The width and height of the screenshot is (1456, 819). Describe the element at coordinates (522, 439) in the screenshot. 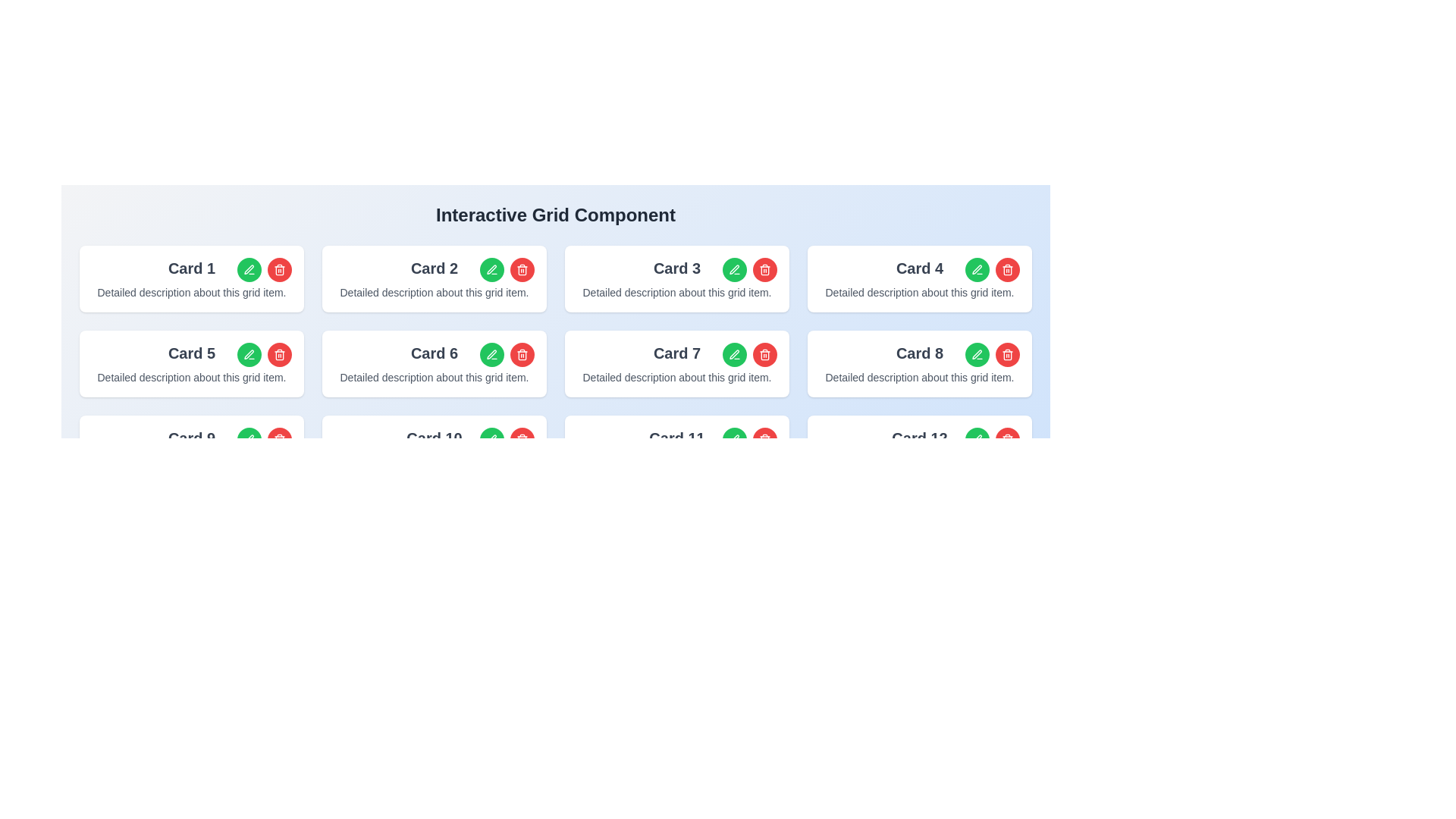

I see `the delete button located at the top-right corner of 'Card 10', which is the second button next to the green edit button` at that location.